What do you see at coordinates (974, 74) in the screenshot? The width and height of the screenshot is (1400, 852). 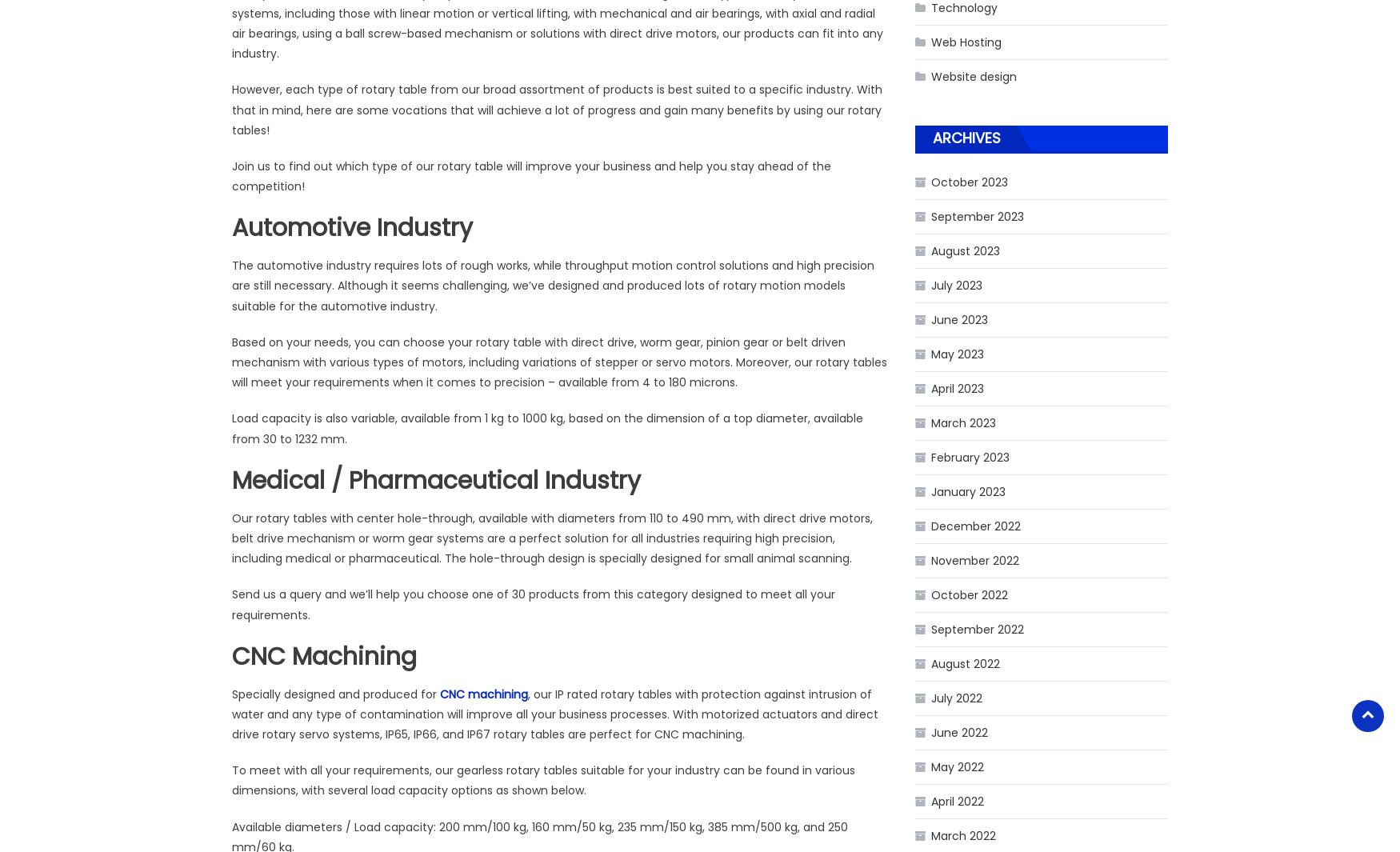 I see `'Website design'` at bounding box center [974, 74].